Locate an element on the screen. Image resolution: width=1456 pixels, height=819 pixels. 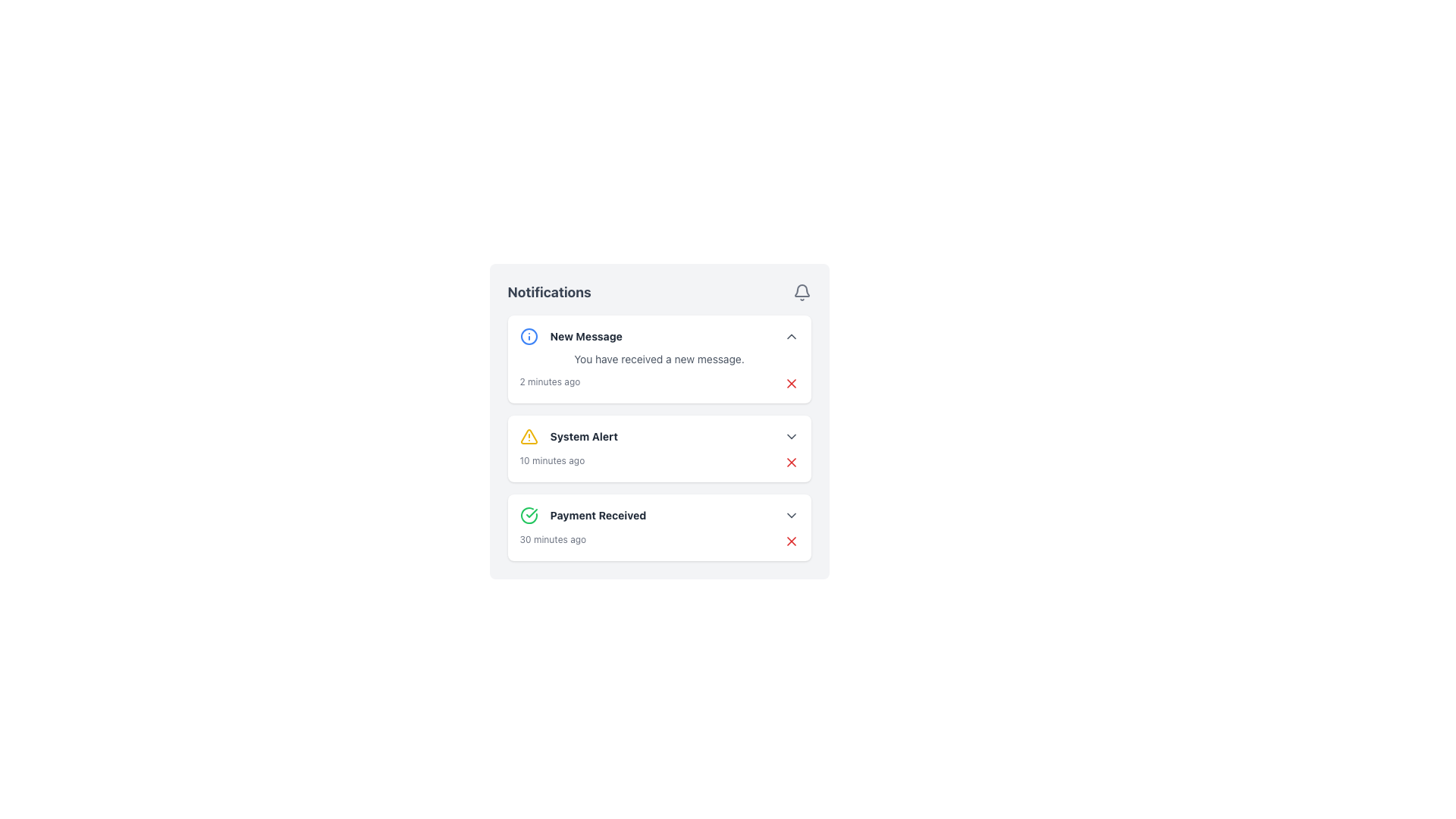
the close button of the 'System Alert' notification is located at coordinates (790, 461).